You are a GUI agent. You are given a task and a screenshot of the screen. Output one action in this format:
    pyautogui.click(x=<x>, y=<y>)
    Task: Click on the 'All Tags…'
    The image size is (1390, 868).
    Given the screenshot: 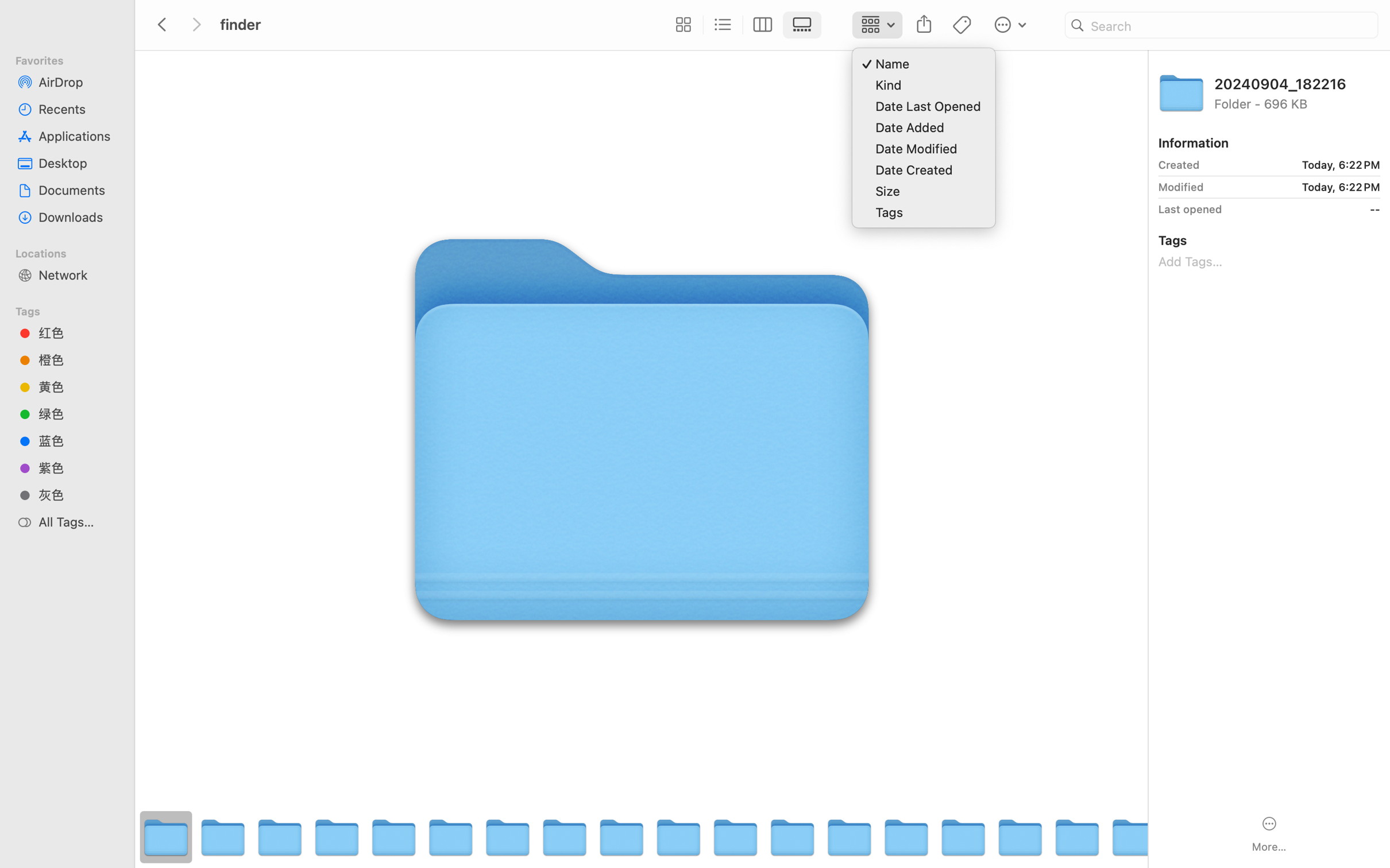 What is the action you would take?
    pyautogui.click(x=77, y=521)
    